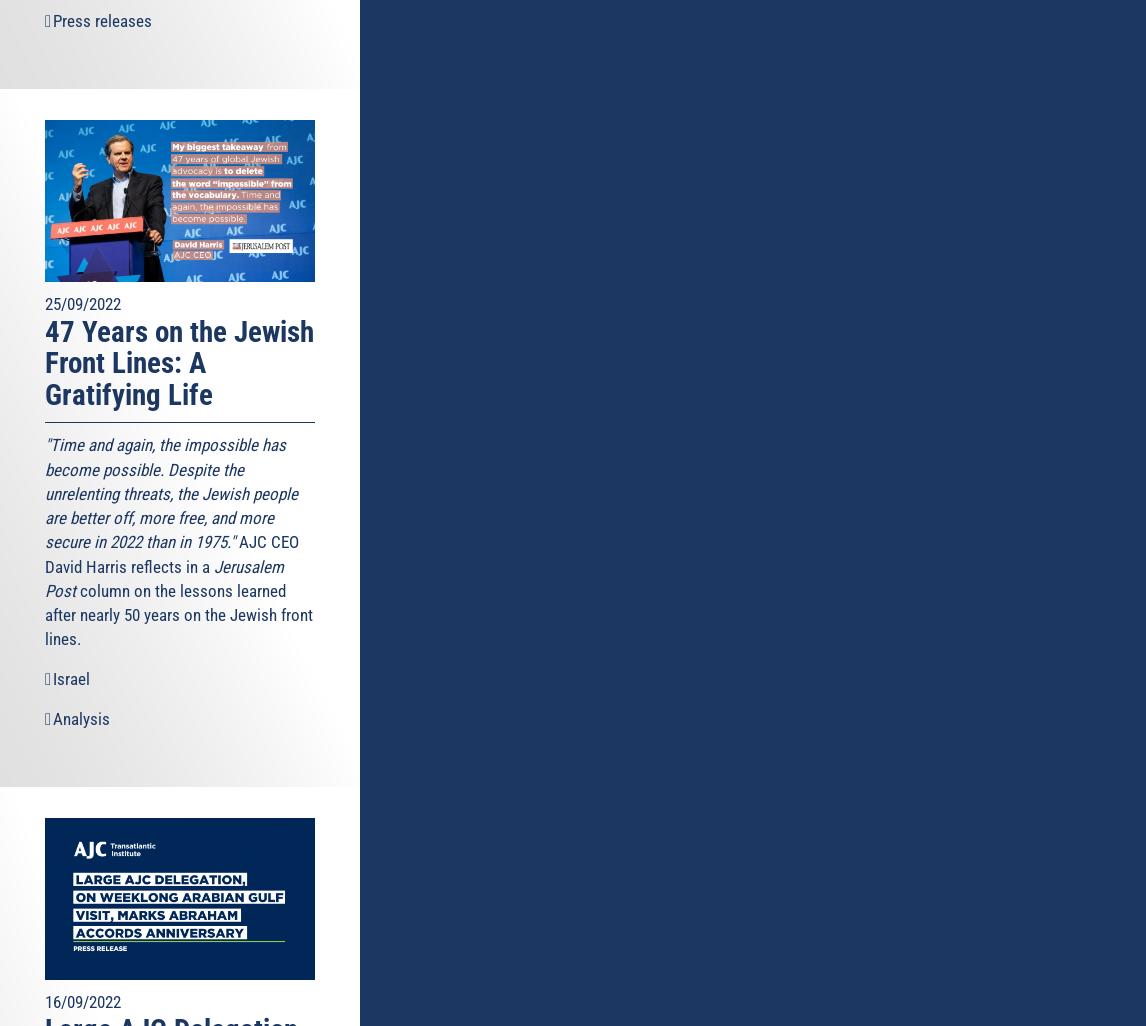  Describe the element at coordinates (172, 554) in the screenshot. I see `'AJC CEO David Harris reflects in a'` at that location.